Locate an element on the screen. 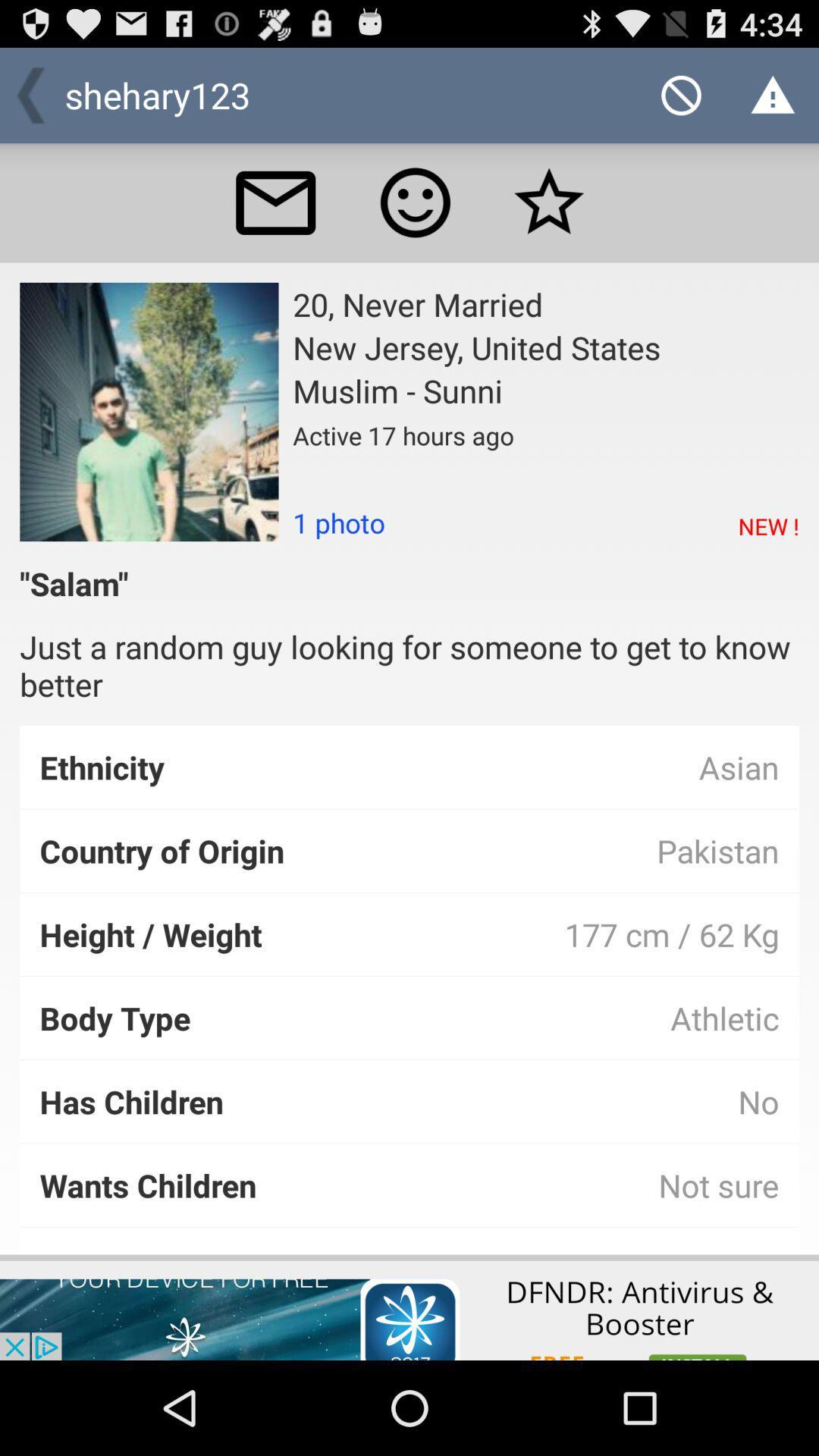 Image resolution: width=819 pixels, height=1456 pixels. the email icon is located at coordinates (275, 216).